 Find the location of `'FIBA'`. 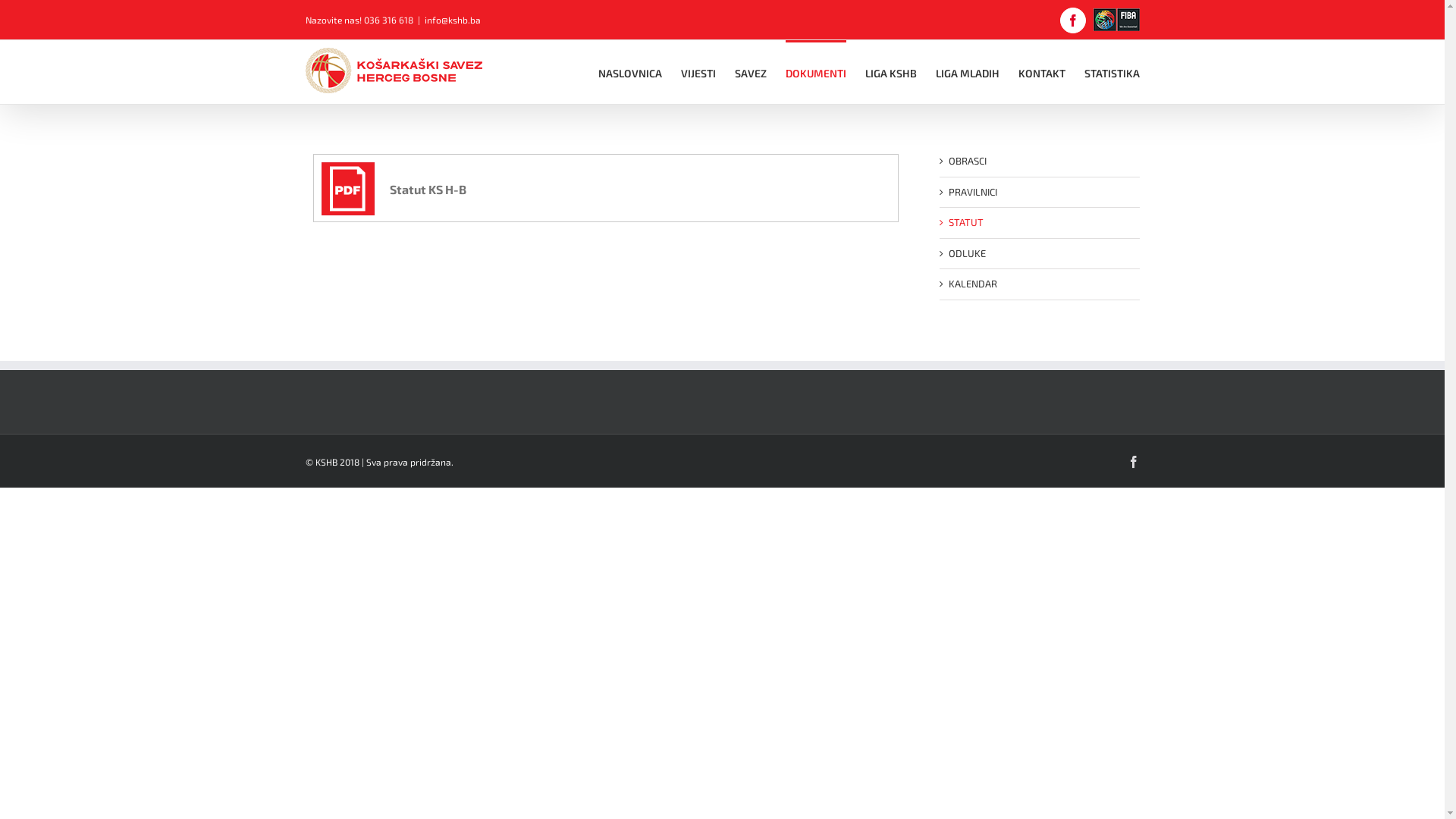

'FIBA' is located at coordinates (1116, 20).